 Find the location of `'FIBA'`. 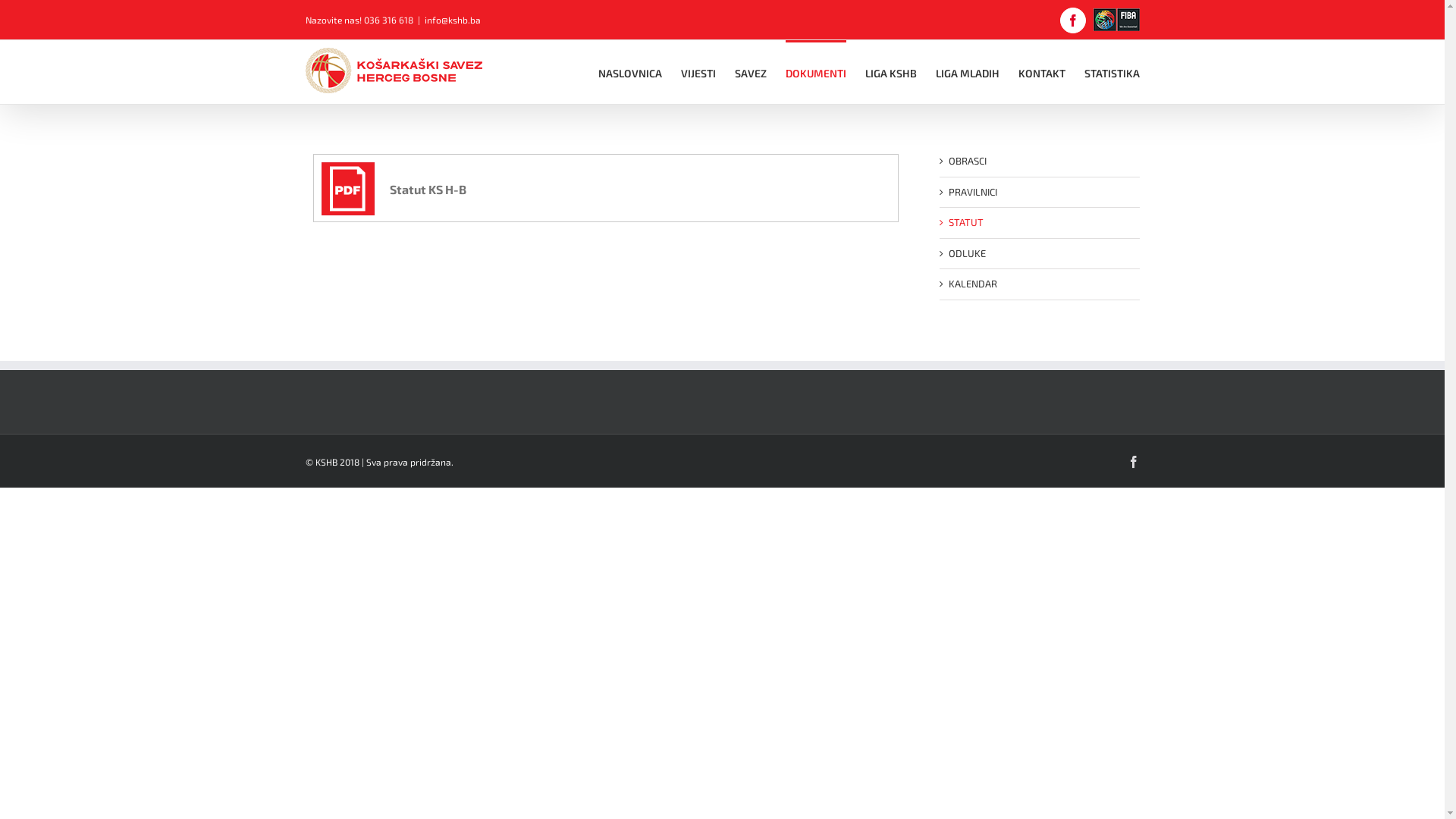

'FIBA' is located at coordinates (1116, 20).